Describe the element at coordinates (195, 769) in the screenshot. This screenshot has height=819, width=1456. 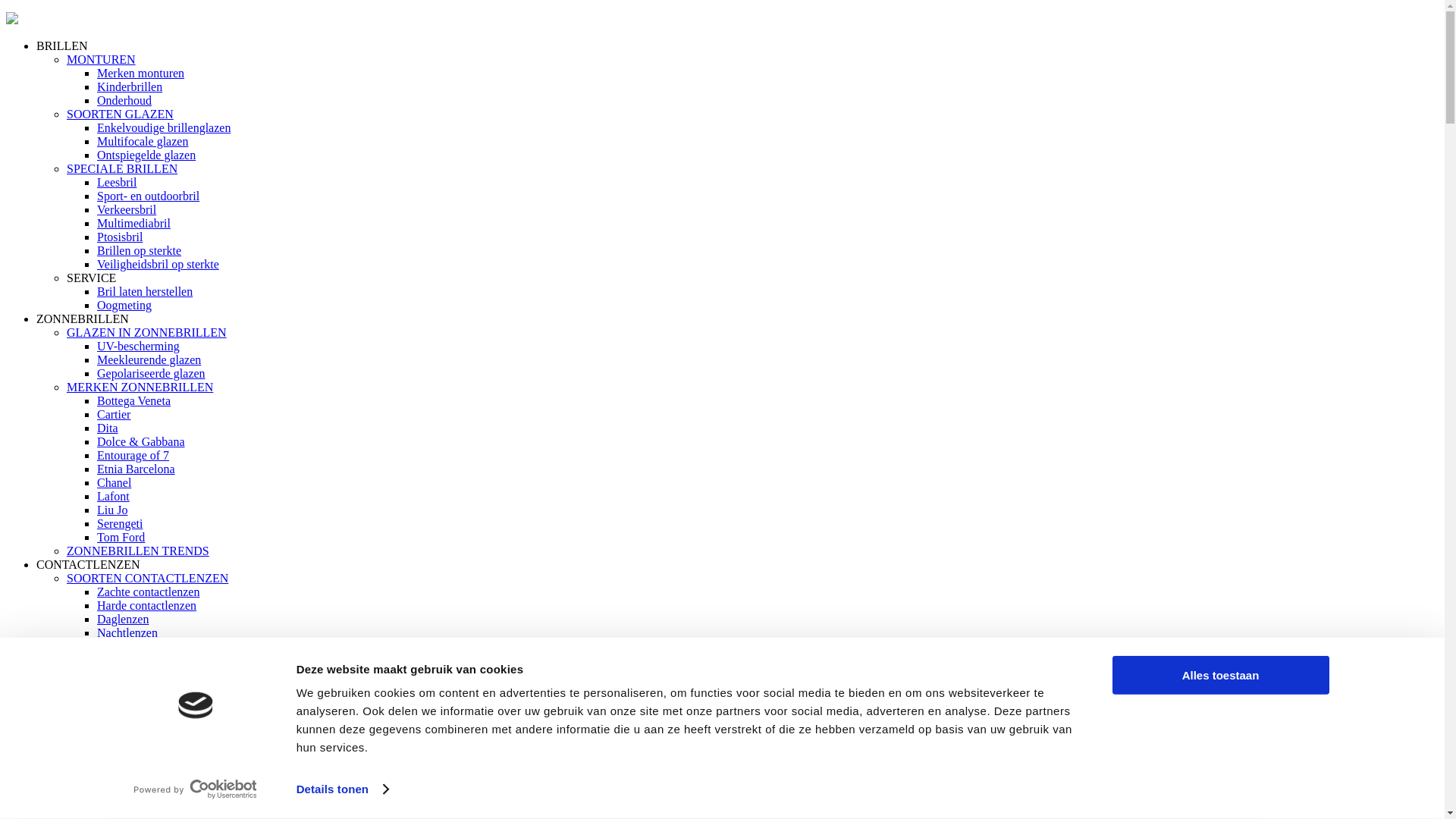
I see `'Vaakgestelde vragen over Contactlenzen'` at that location.